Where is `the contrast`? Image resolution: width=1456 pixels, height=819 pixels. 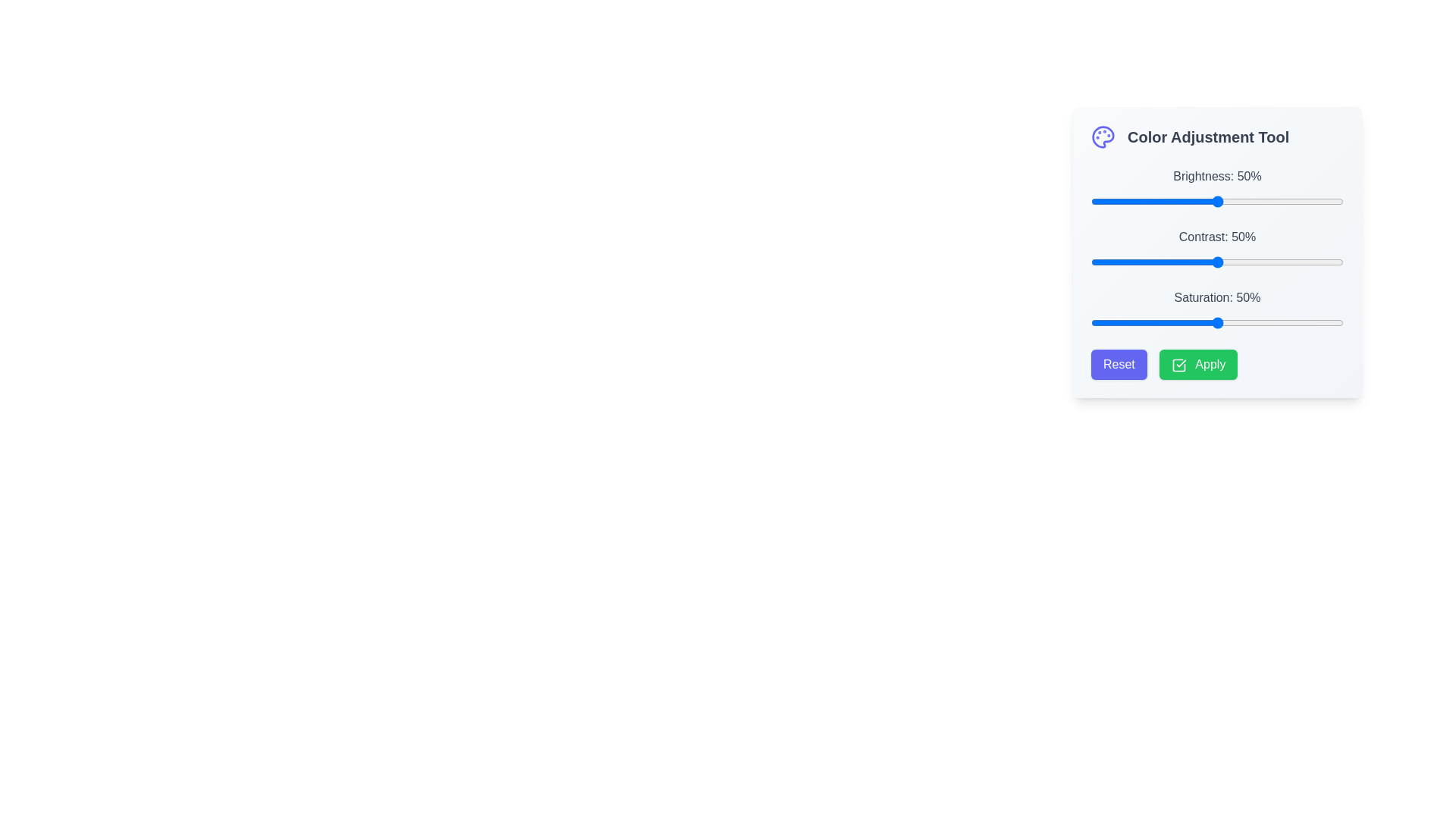 the contrast is located at coordinates (1126, 262).